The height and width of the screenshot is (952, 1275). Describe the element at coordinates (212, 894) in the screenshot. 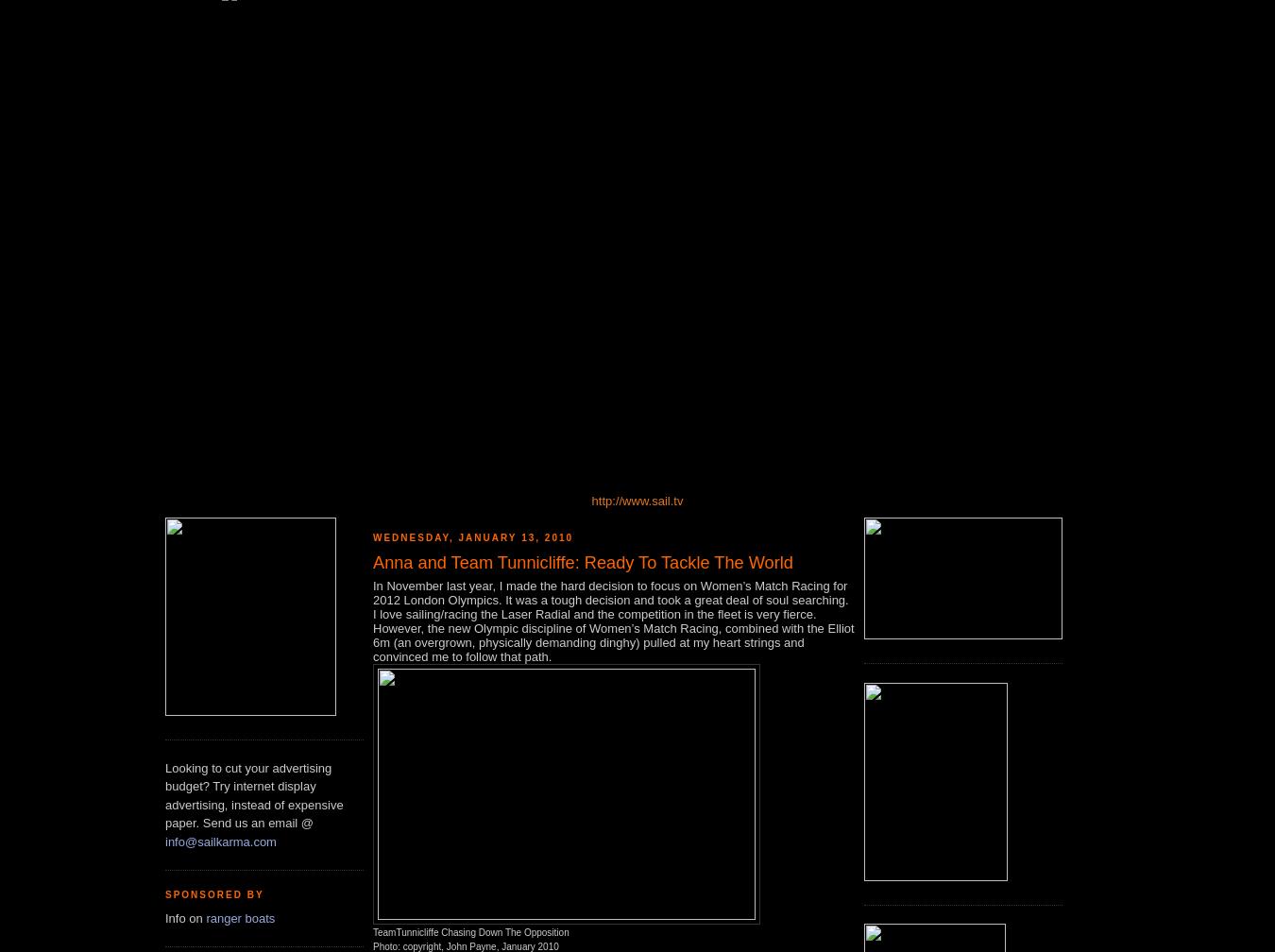

I see `'Sponsored by'` at that location.